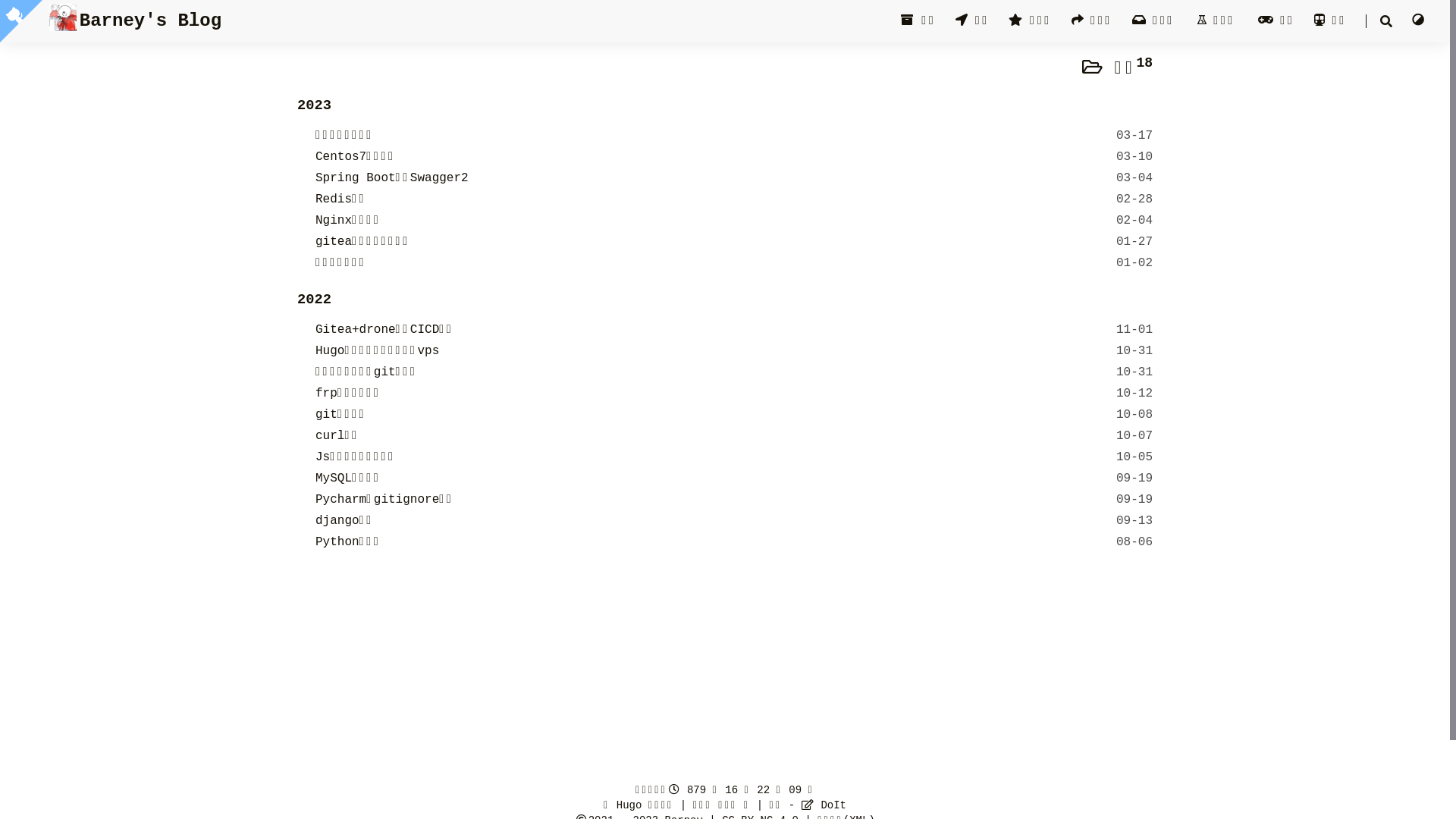 This screenshot has width=1456, height=819. I want to click on 'DoIt', so click(822, 804).